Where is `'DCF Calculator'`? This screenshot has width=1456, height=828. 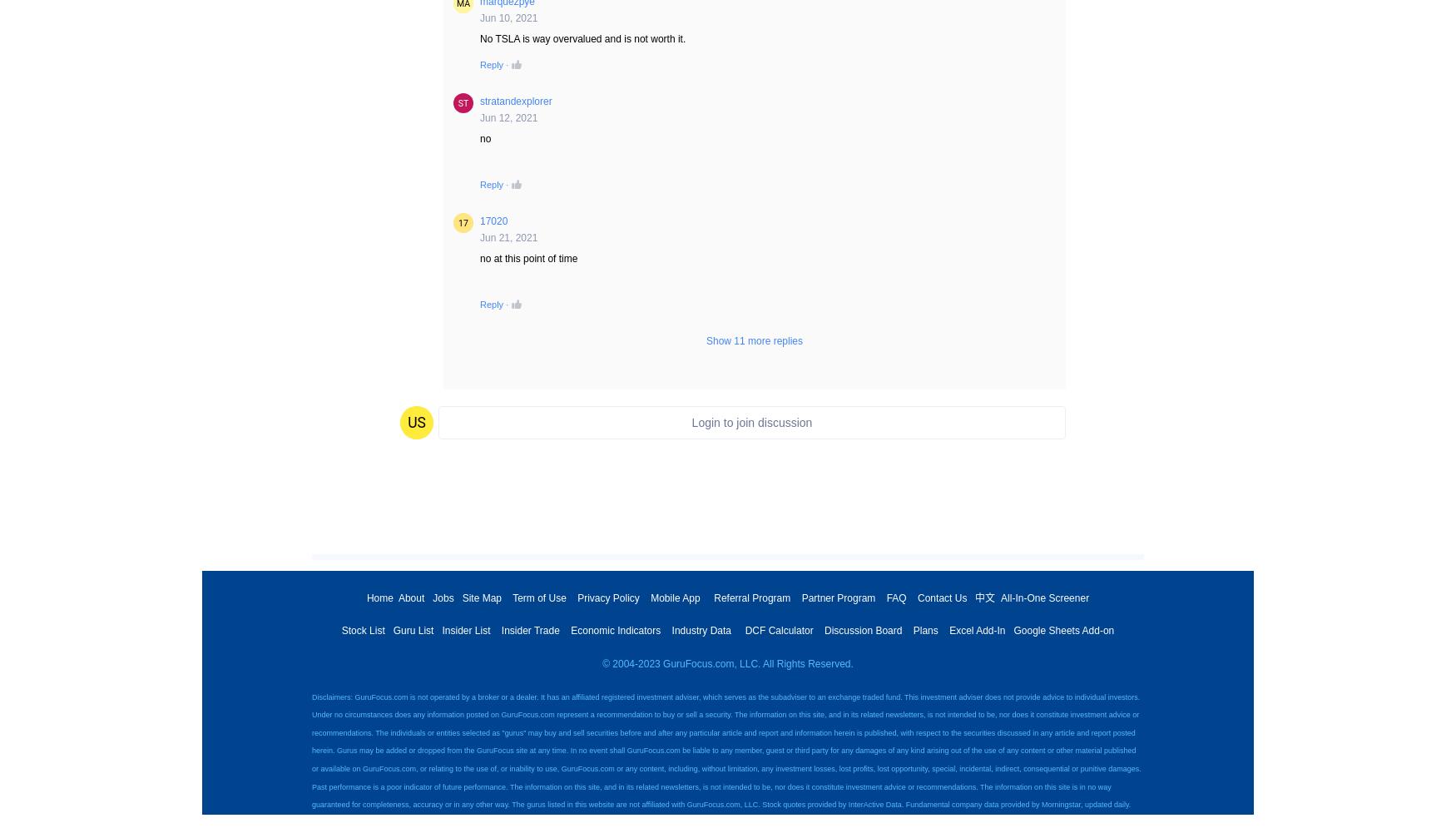 'DCF Calculator' is located at coordinates (778, 629).